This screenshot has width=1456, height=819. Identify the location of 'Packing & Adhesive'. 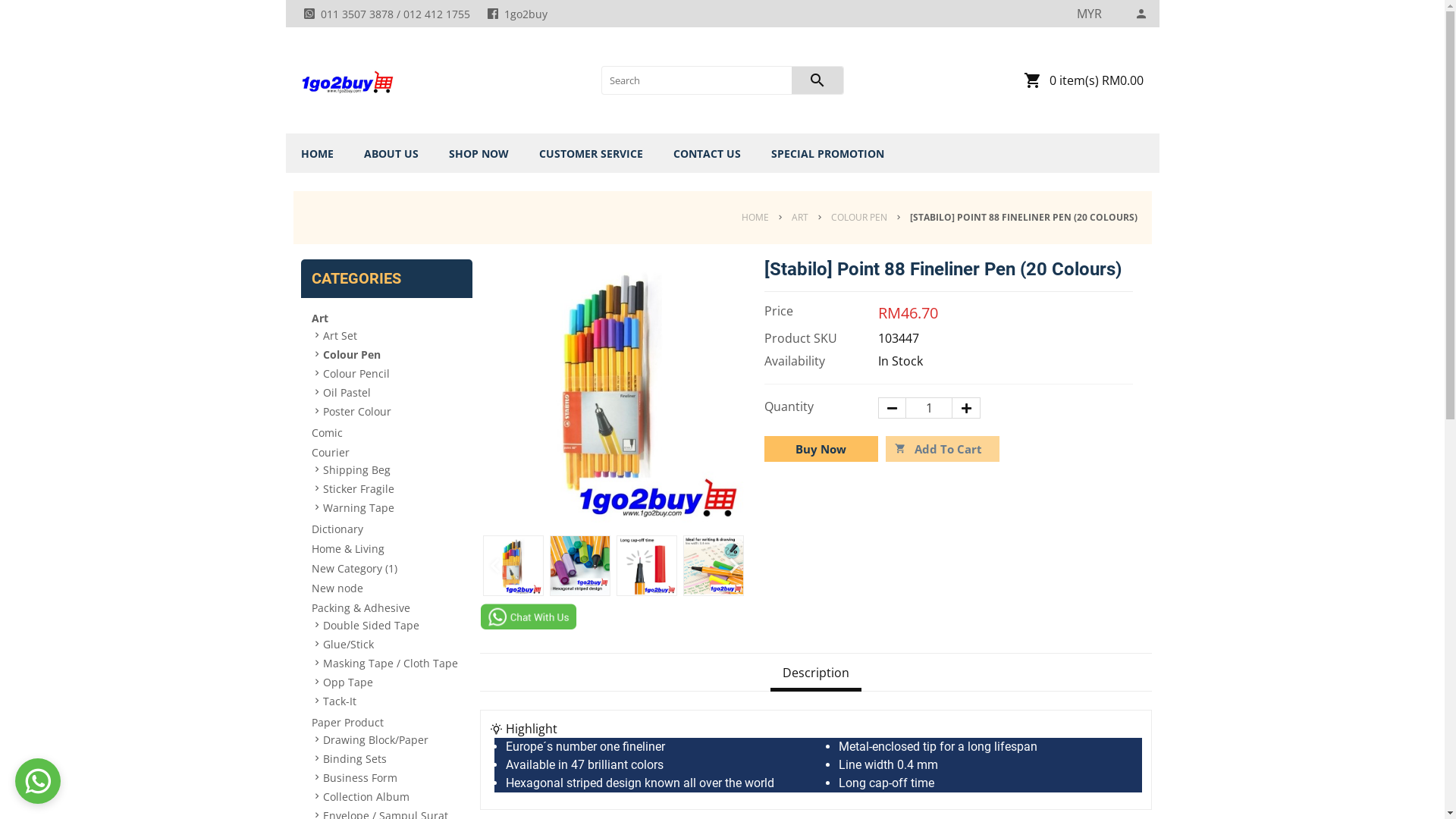
(385, 606).